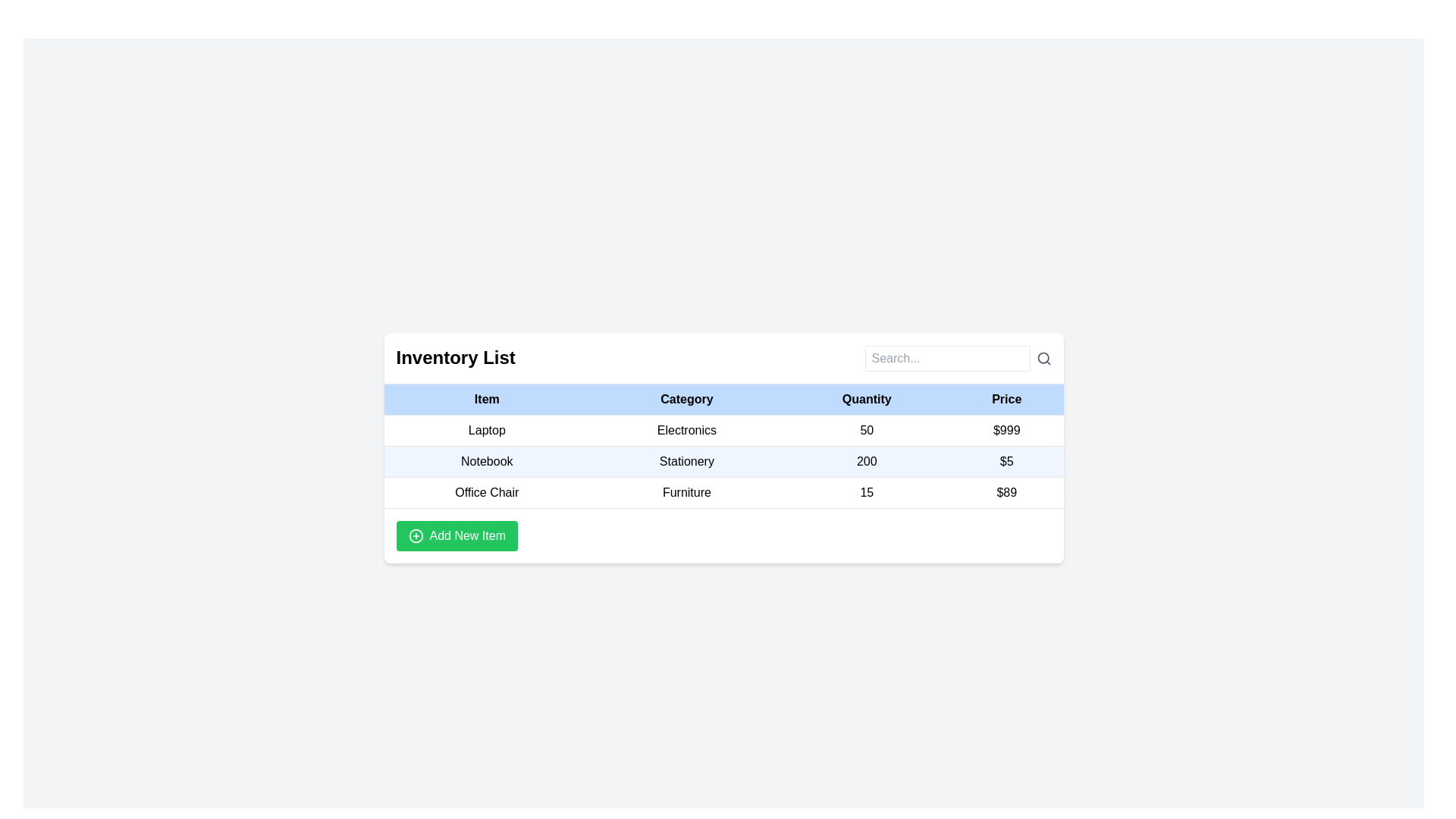  Describe the element at coordinates (1043, 358) in the screenshot. I see `the magnifying glass icon located in the top-right corner of the content area to initiate a search query` at that location.